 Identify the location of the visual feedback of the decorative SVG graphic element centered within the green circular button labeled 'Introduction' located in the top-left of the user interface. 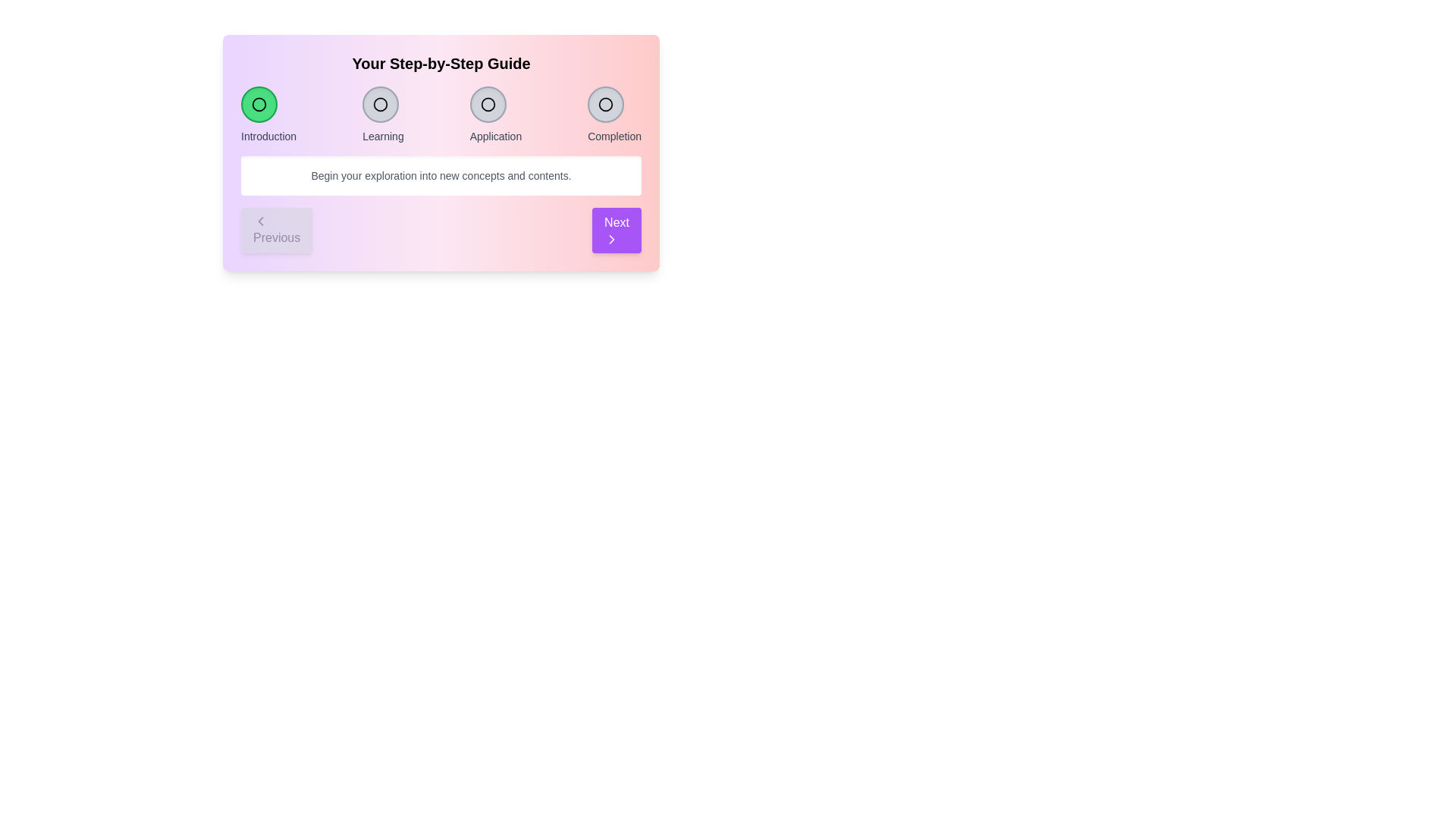
(259, 104).